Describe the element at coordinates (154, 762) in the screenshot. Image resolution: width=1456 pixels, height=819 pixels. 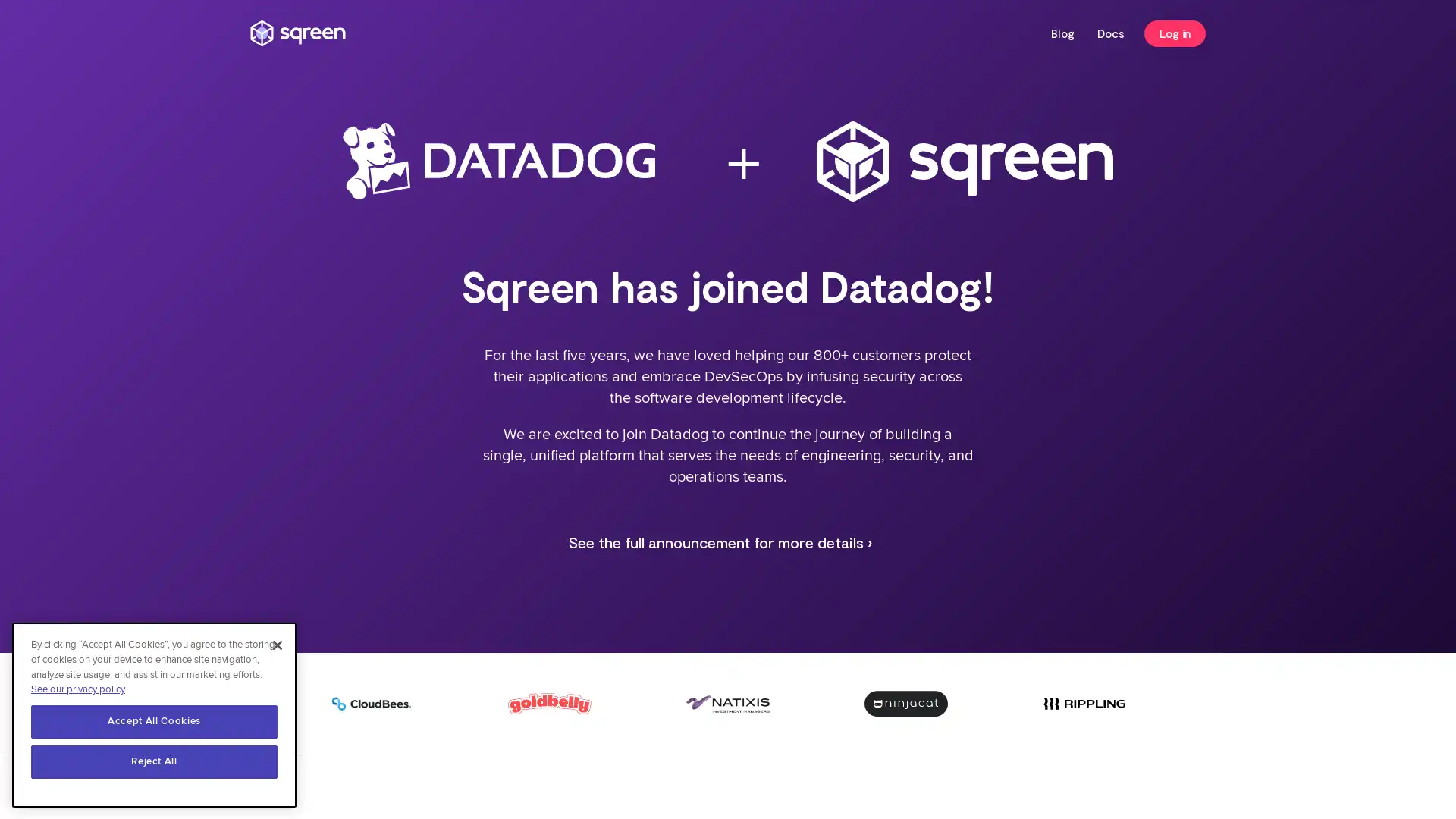
I see `Reject All` at that location.